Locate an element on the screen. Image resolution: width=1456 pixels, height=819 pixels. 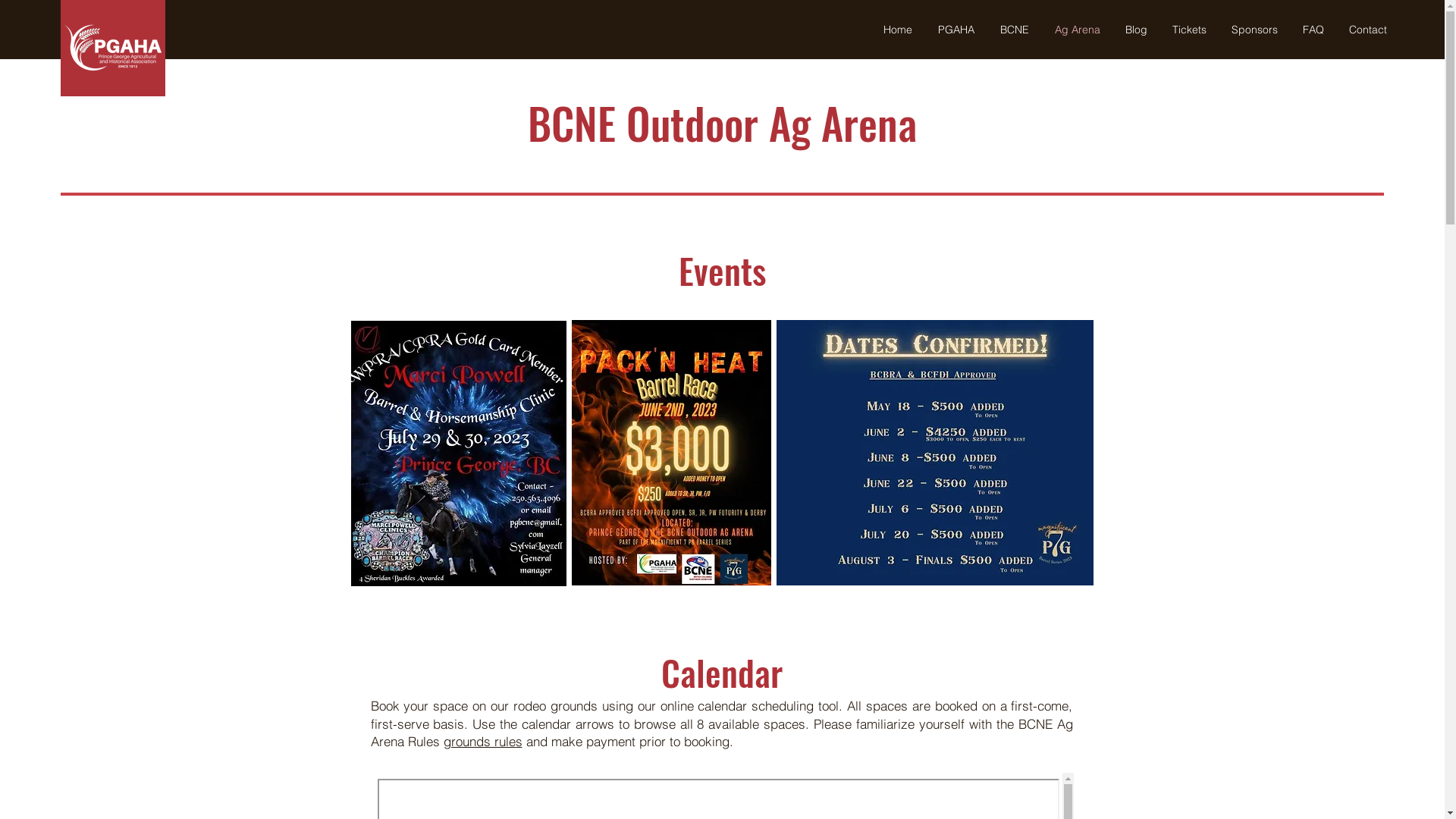
'Home' is located at coordinates (898, 29).